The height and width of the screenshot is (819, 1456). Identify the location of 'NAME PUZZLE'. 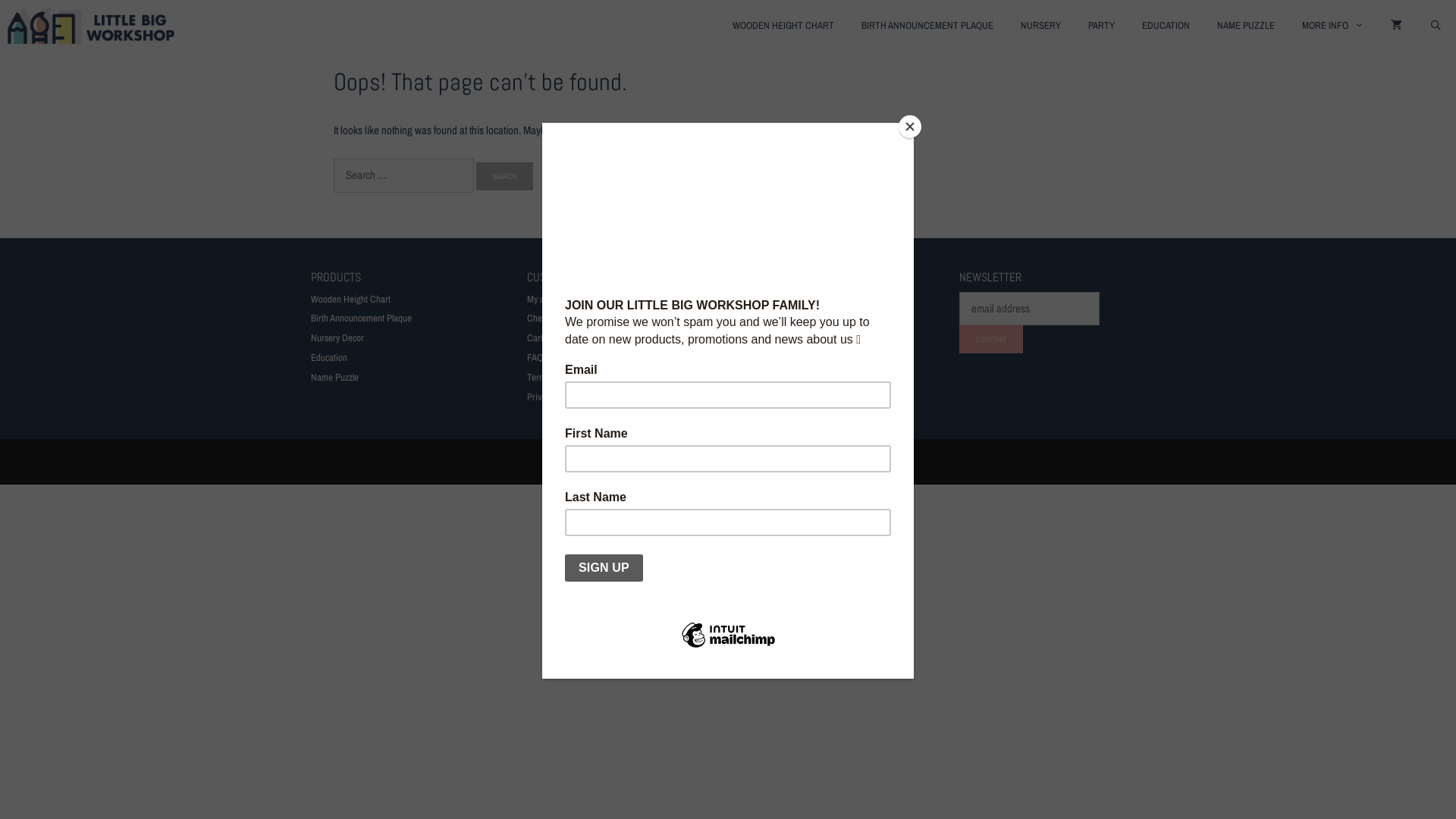
(1203, 26).